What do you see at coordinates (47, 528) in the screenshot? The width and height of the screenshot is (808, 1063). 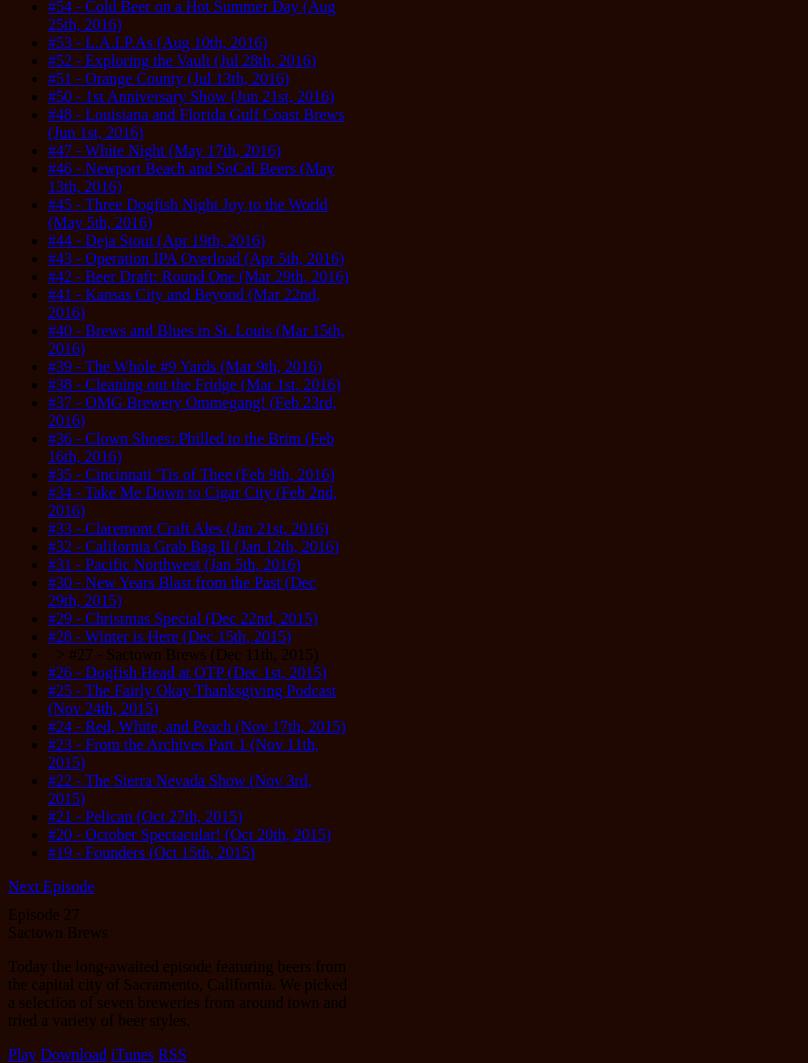 I see `'#33 - Claremont Craft Ales (Jan 21st, 2016)'` at bounding box center [47, 528].